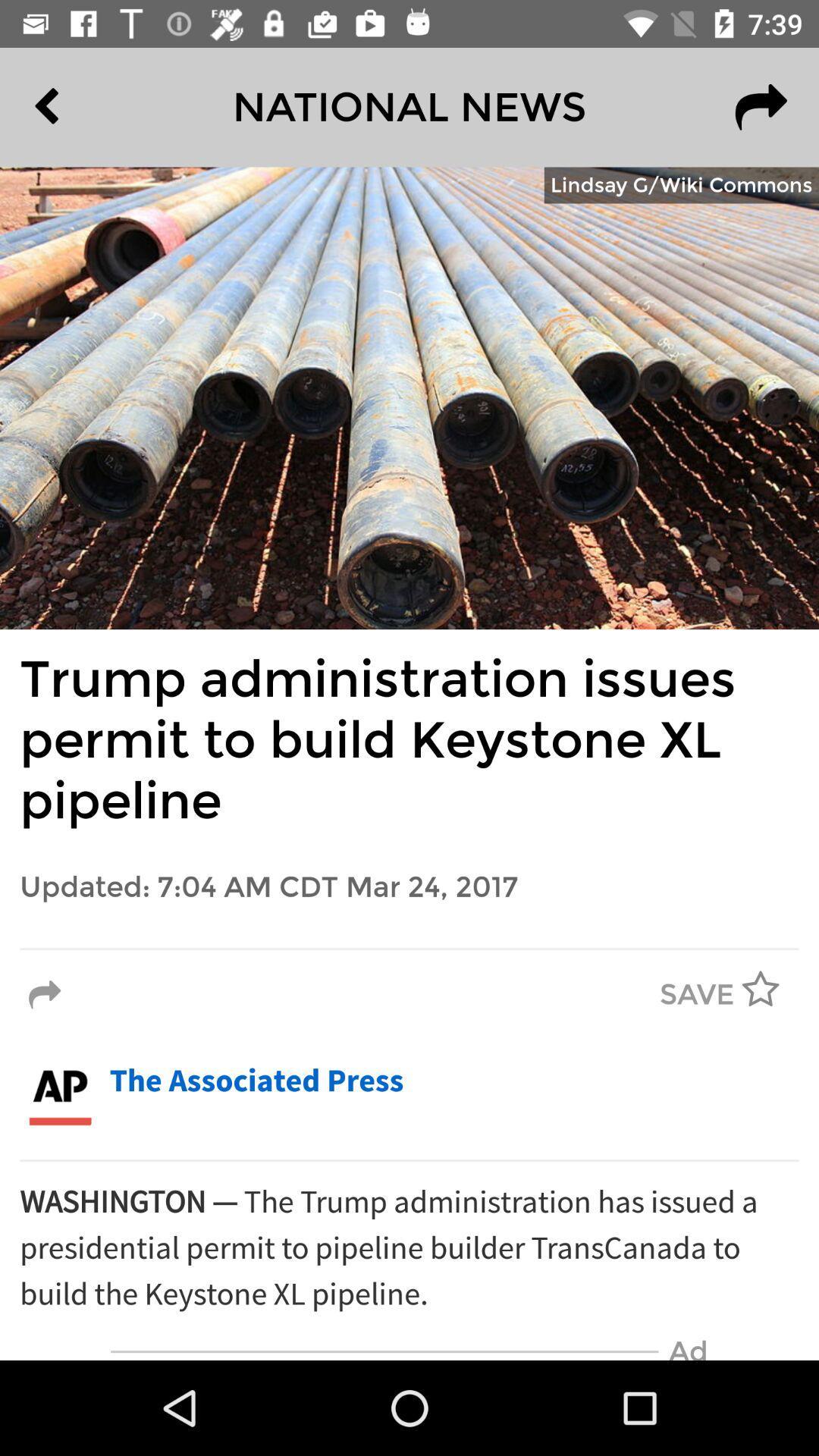  Describe the element at coordinates (680, 184) in the screenshot. I see `icon above trump administration issues icon` at that location.